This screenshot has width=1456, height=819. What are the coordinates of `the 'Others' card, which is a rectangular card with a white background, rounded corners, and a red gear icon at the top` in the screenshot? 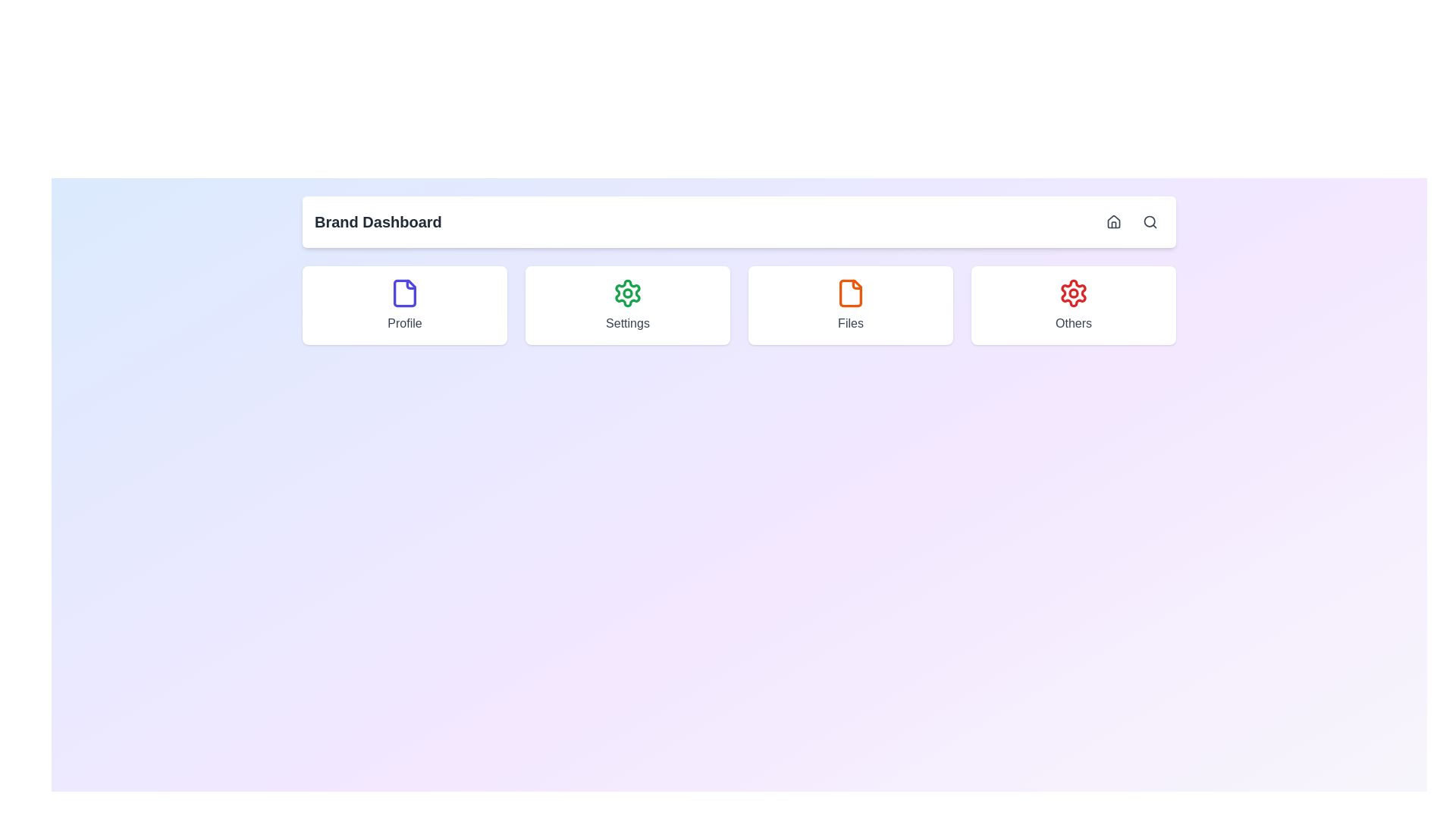 It's located at (1073, 305).